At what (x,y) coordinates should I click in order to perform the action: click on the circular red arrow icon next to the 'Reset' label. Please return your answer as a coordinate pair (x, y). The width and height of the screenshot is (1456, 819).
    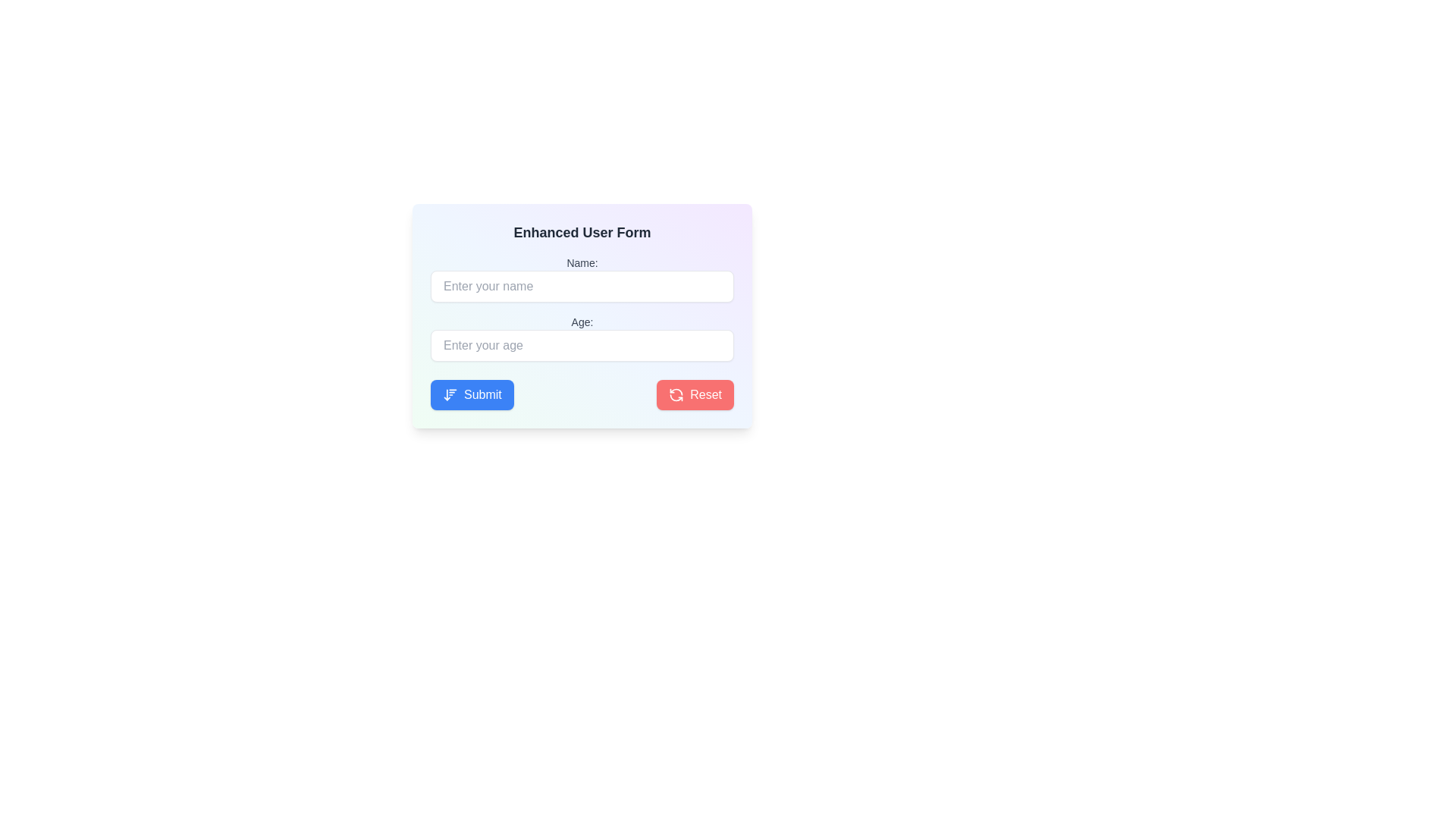
    Looking at the image, I should click on (676, 394).